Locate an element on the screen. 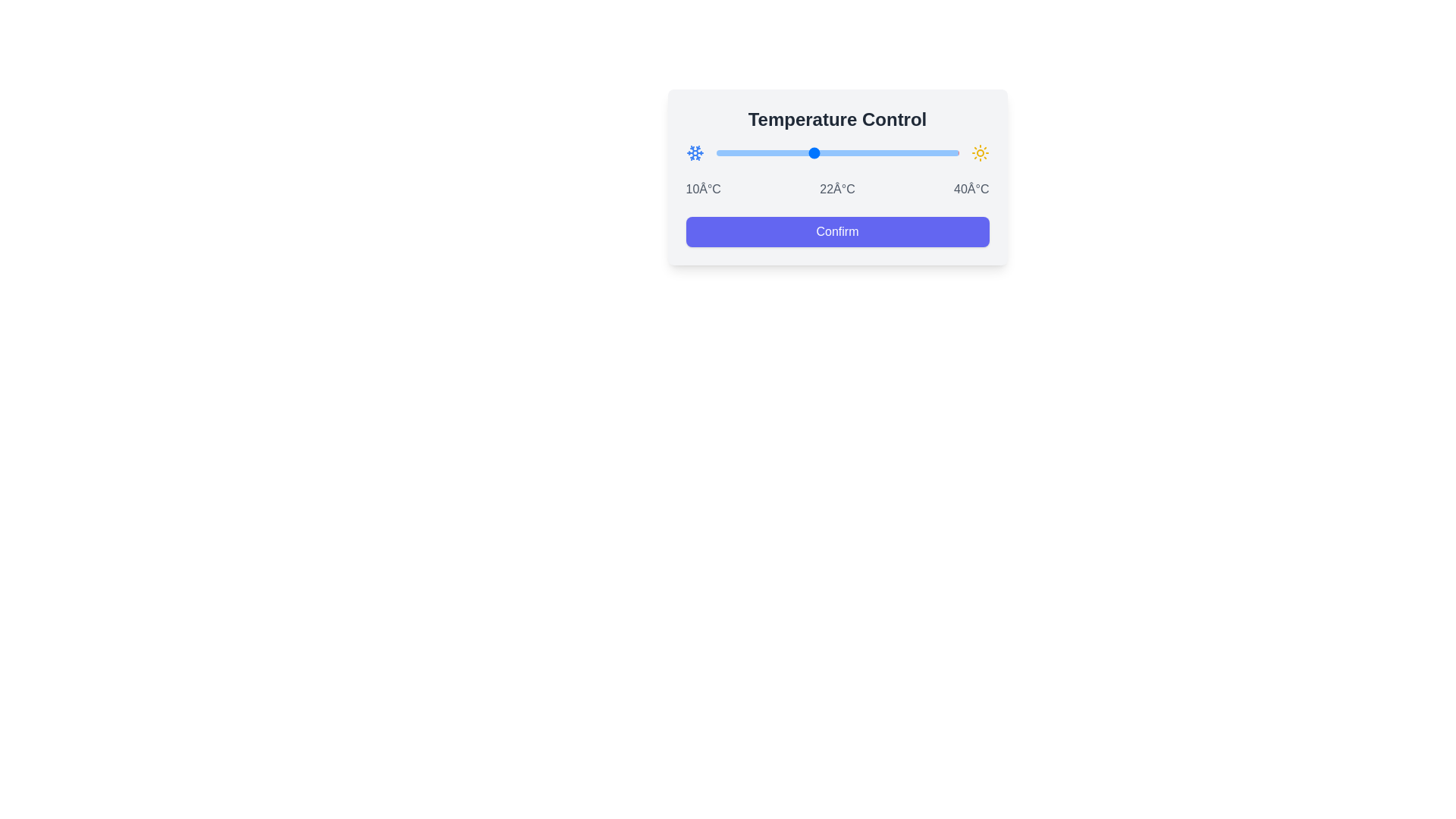 The width and height of the screenshot is (1456, 819). the slider to set the temperature to 13°C is located at coordinates (740, 152).